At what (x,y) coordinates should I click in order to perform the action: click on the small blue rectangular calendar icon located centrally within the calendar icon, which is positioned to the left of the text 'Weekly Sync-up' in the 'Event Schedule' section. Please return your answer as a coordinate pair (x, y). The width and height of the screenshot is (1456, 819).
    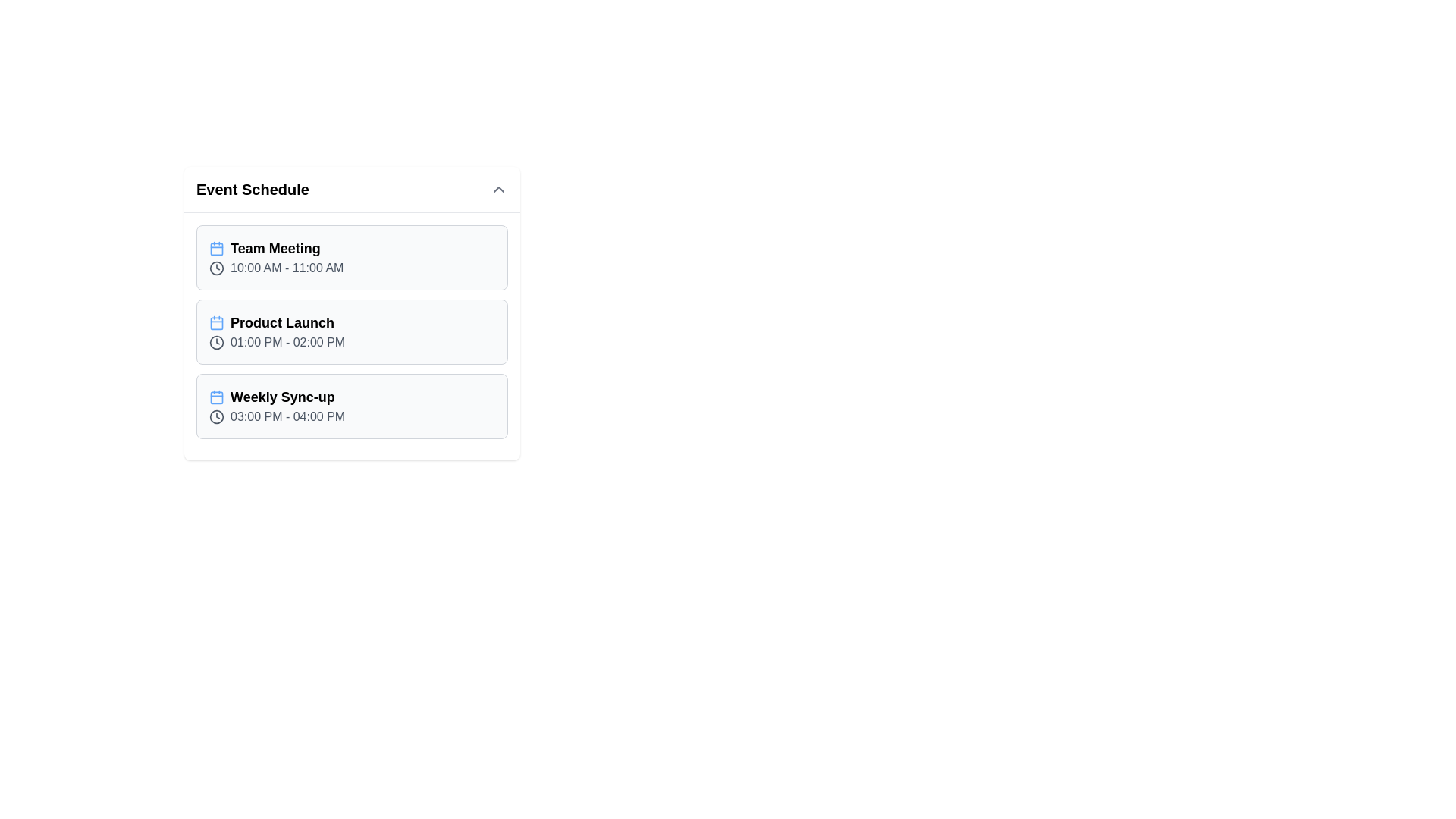
    Looking at the image, I should click on (216, 397).